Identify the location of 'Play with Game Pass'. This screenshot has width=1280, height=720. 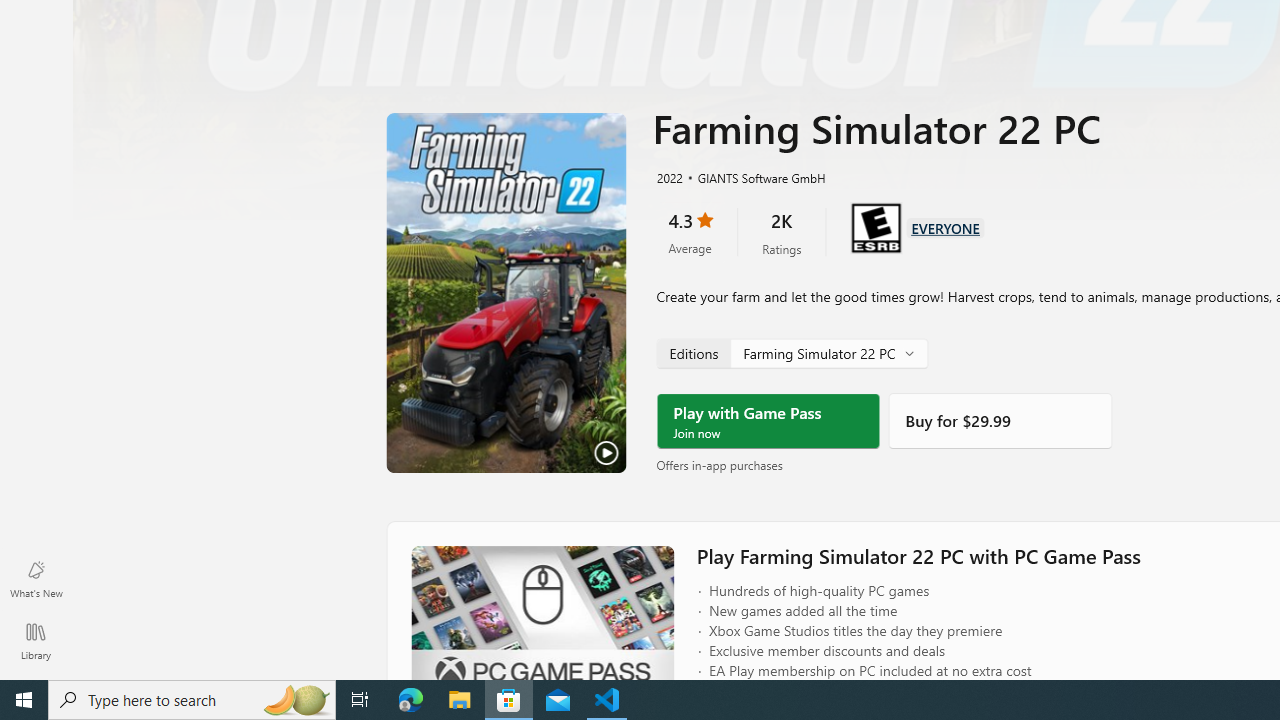
(767, 420).